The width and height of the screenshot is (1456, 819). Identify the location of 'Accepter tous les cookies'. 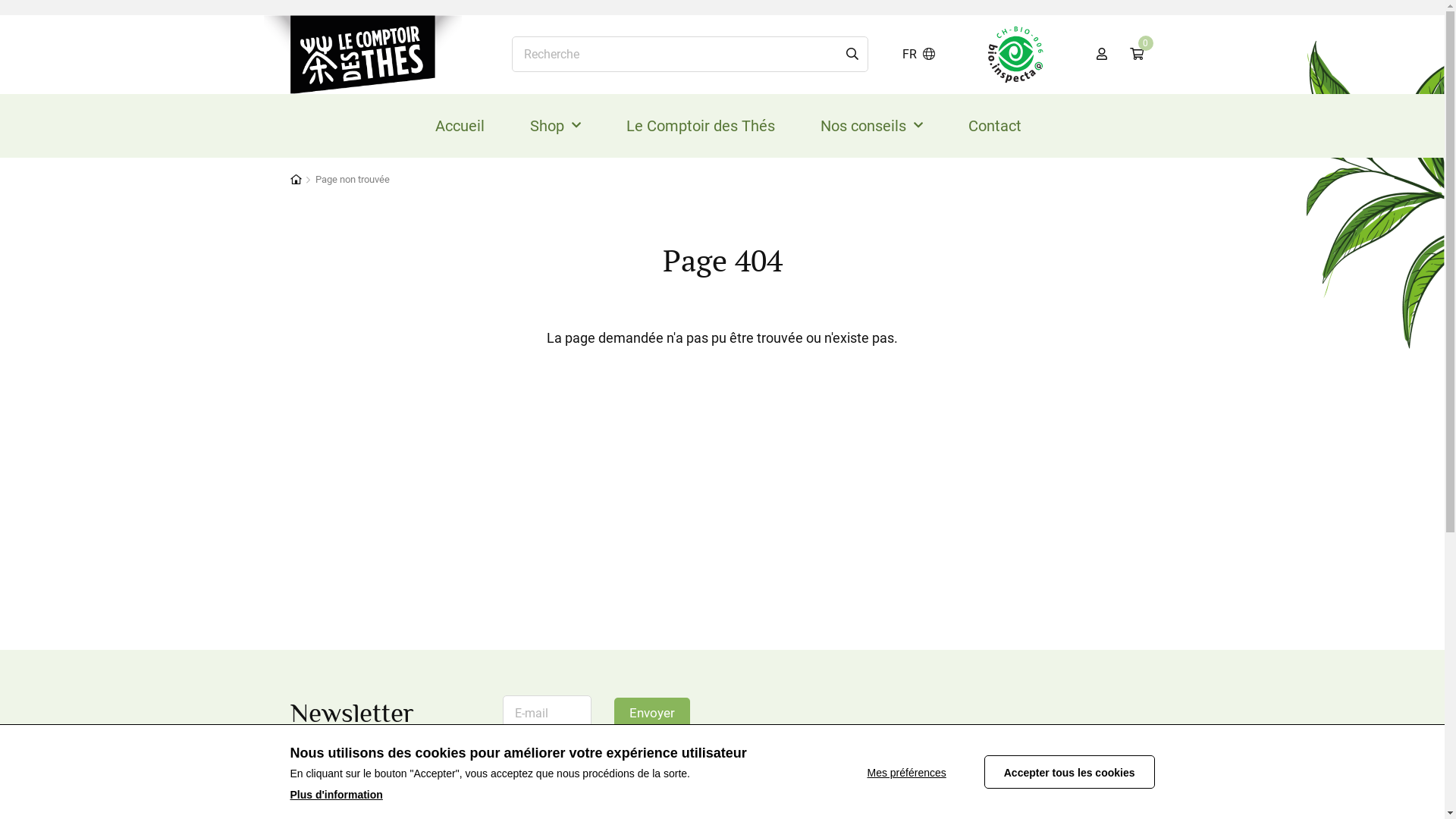
(1068, 772).